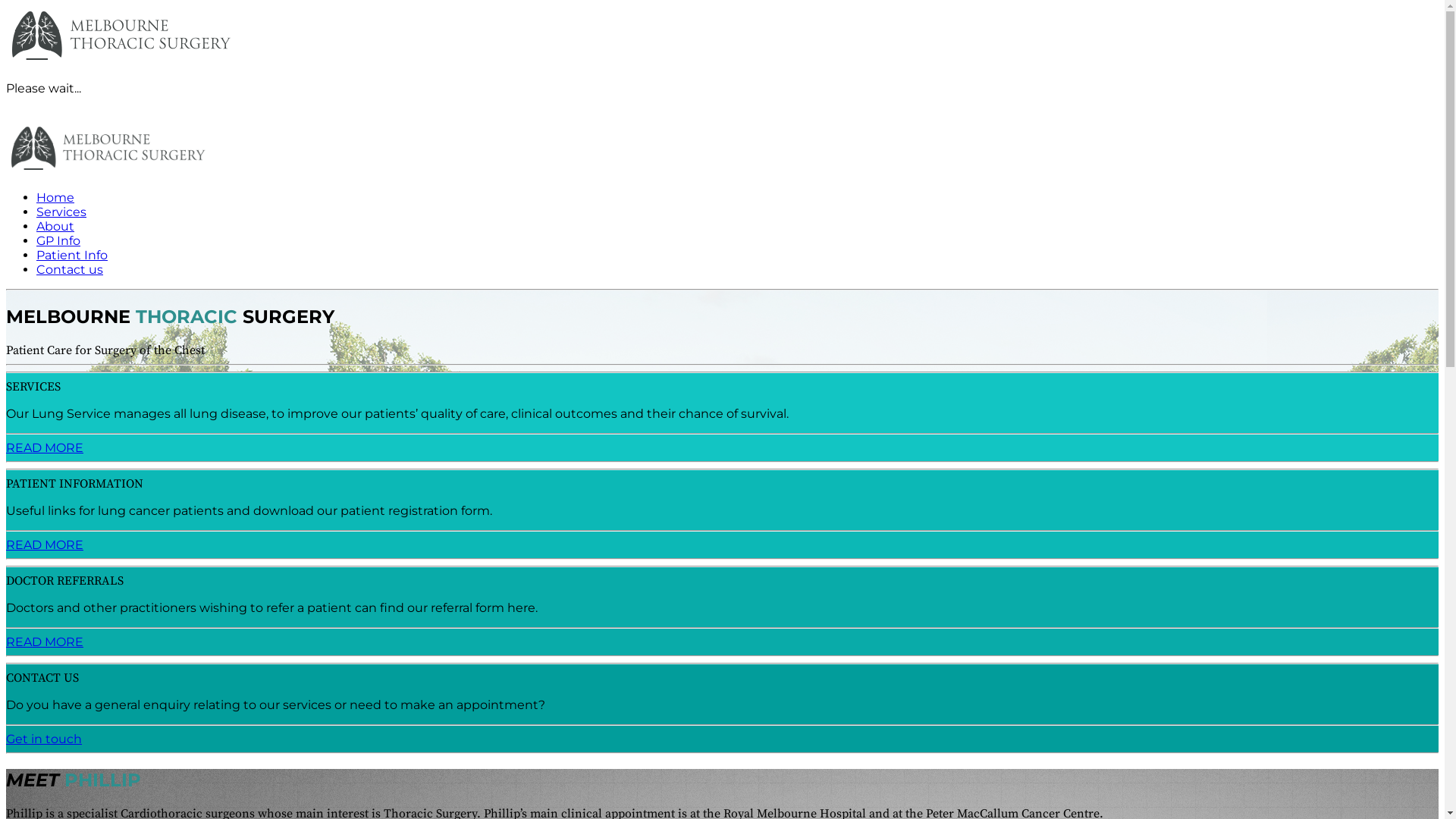 Image resolution: width=1456 pixels, height=819 pixels. What do you see at coordinates (43, 738) in the screenshot?
I see `'Get in touch'` at bounding box center [43, 738].